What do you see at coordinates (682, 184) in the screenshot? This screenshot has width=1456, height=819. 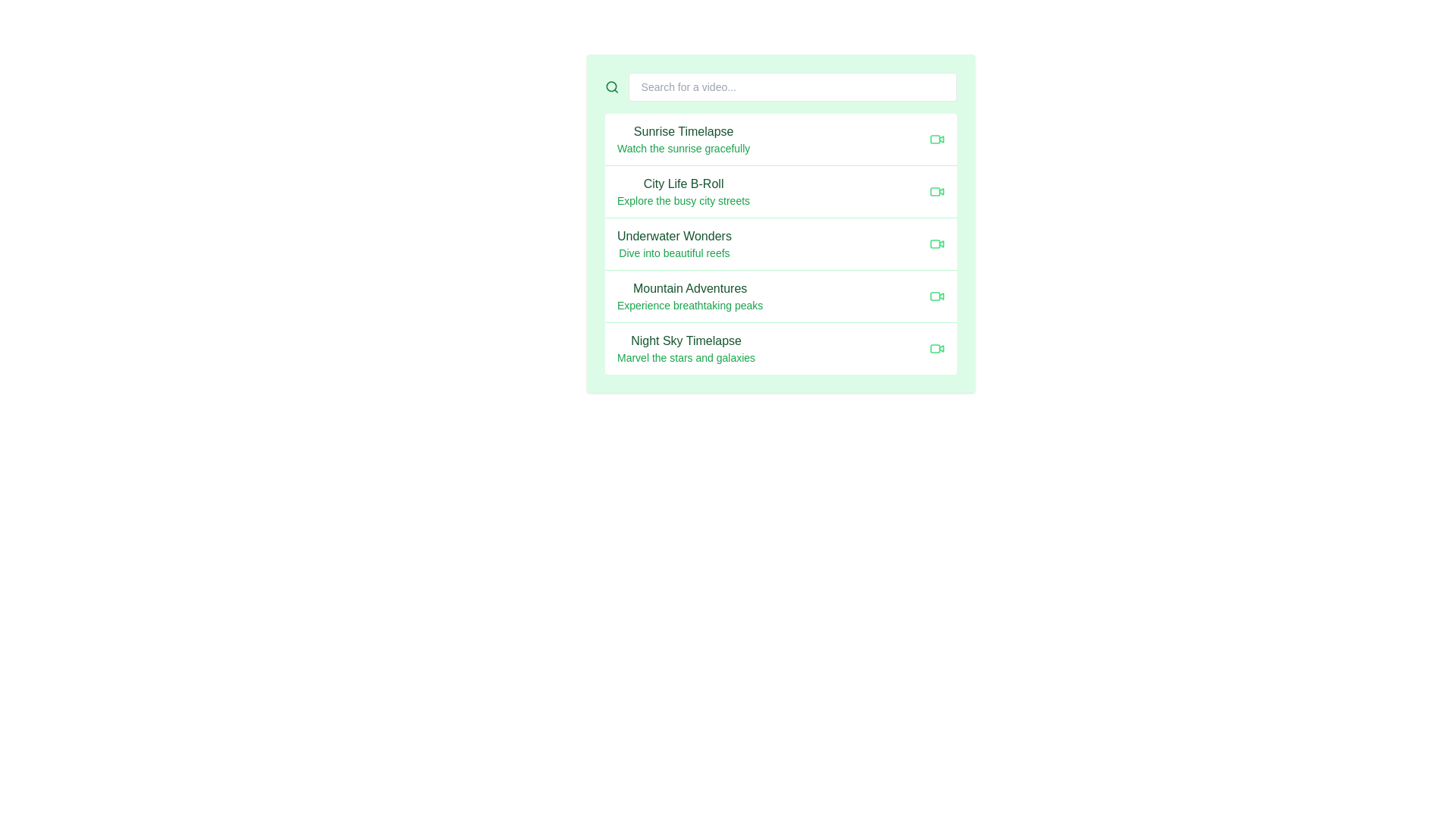 I see `the text label that displays 'City Life B-Roll', which is styled in green color and positioned above 'Explore the busy city streets'` at bounding box center [682, 184].